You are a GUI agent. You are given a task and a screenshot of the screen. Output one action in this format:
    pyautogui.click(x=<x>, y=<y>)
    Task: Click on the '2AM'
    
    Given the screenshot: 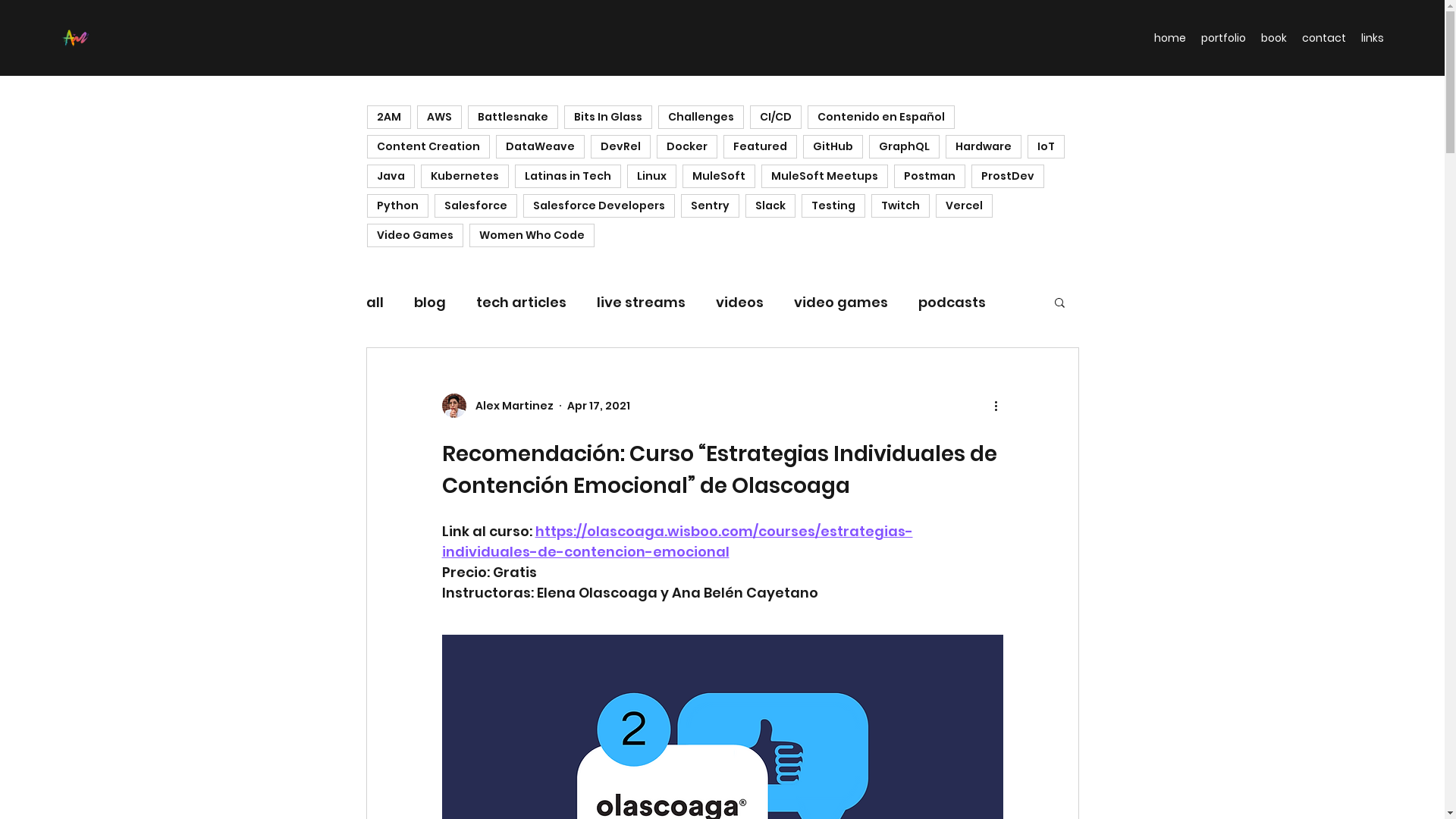 What is the action you would take?
    pyautogui.click(x=389, y=116)
    